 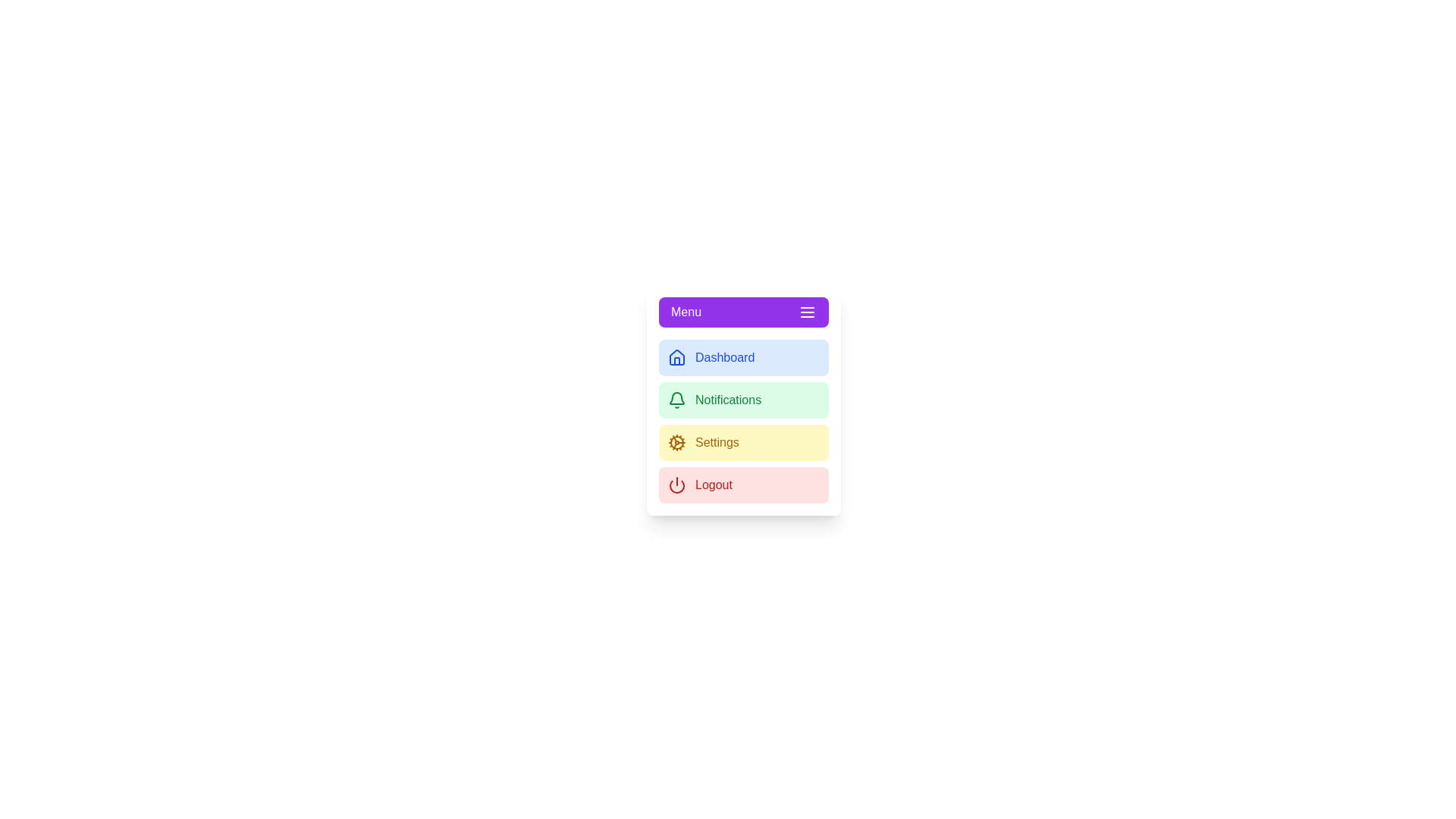 I want to click on the icon of the menu item Logout to inspect it, so click(x=676, y=485).